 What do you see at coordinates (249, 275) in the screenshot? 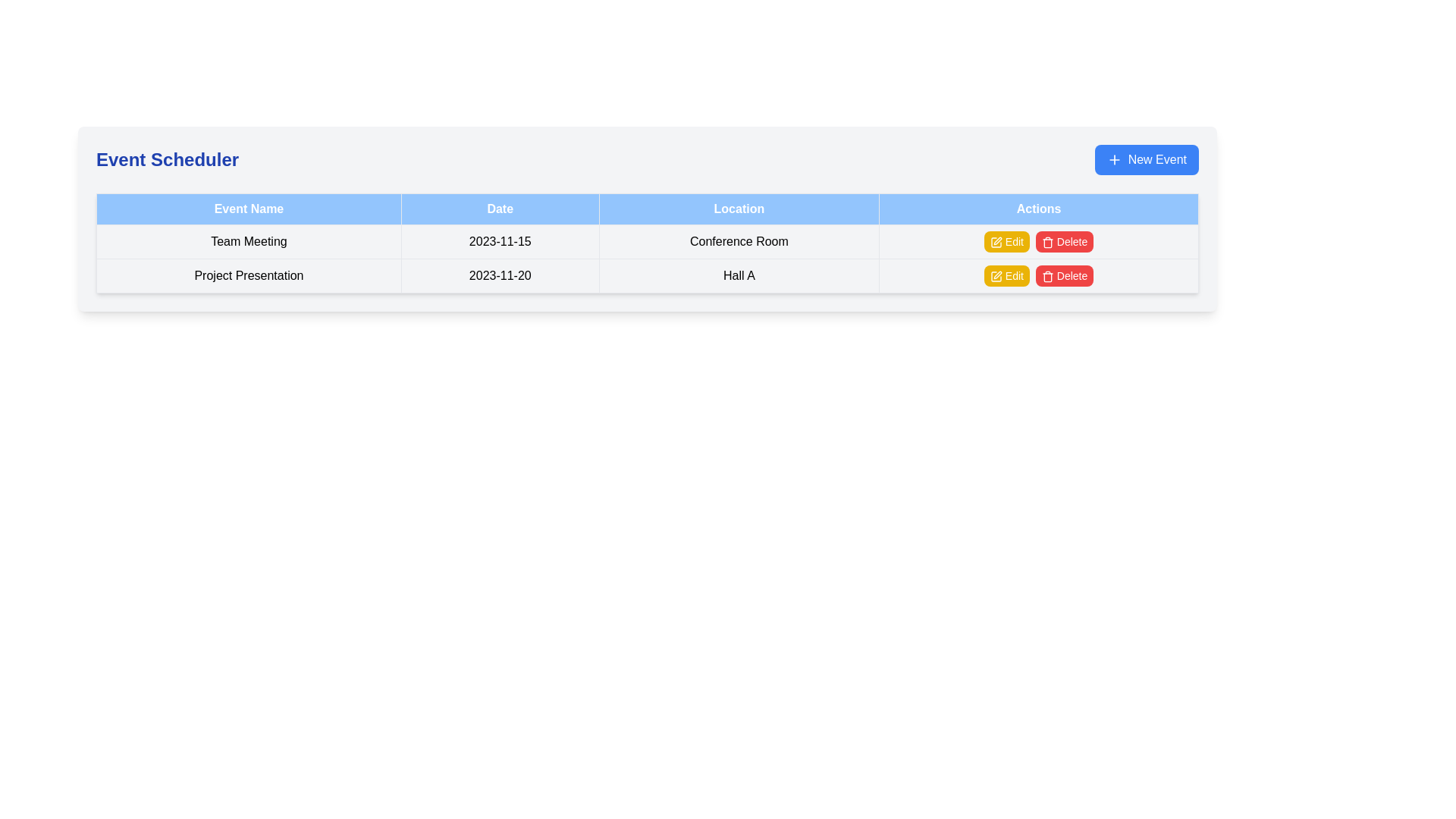
I see `the 'Project Presentation' text label located in the second row of the table under the 'Event Name' column` at bounding box center [249, 275].